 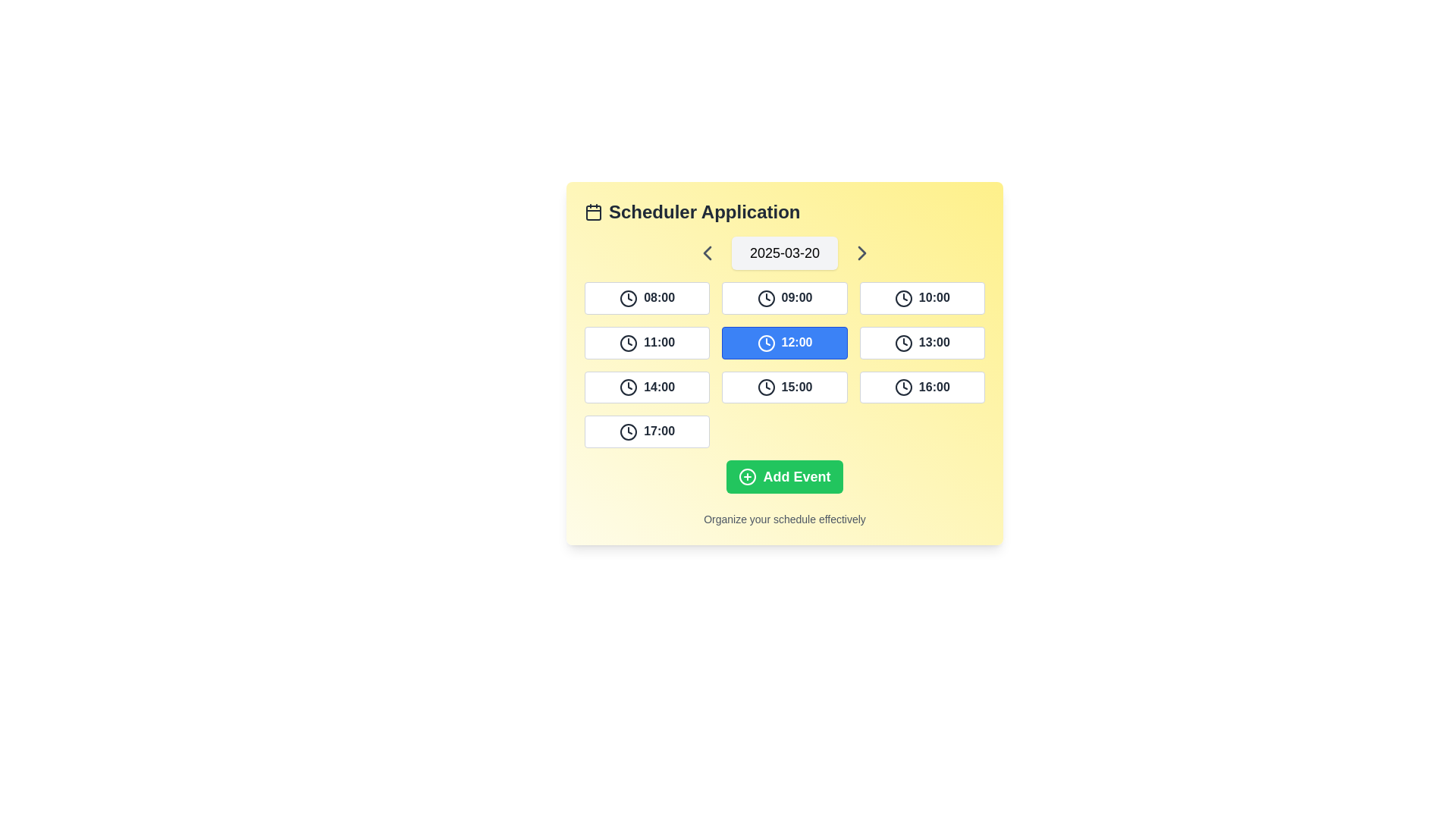 I want to click on the circular graphical clock icon representing the '13:00' time slot in the scheduler interface, so click(x=903, y=343).